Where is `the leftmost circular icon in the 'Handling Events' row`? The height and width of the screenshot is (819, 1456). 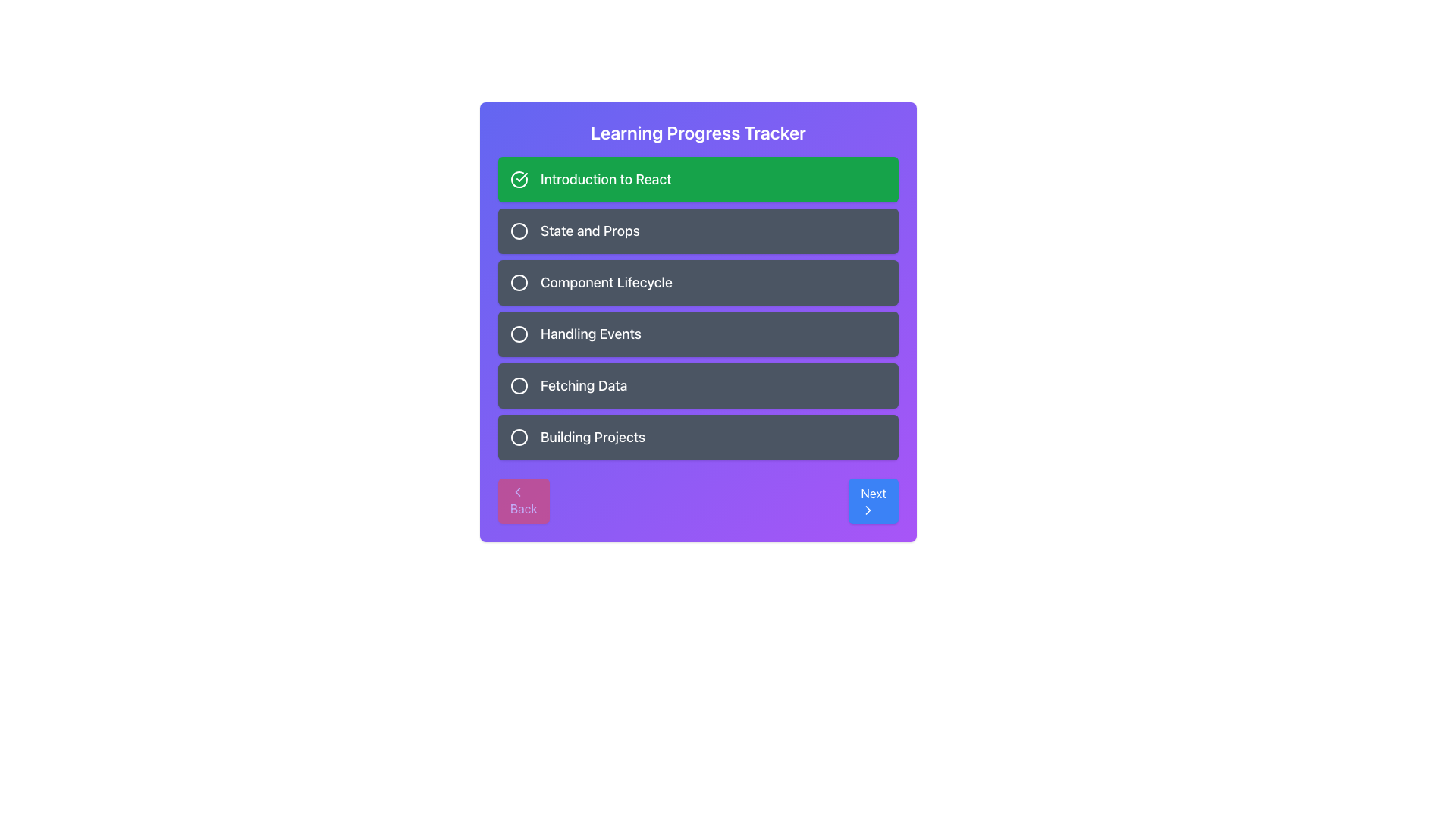
the leftmost circular icon in the 'Handling Events' row is located at coordinates (519, 333).